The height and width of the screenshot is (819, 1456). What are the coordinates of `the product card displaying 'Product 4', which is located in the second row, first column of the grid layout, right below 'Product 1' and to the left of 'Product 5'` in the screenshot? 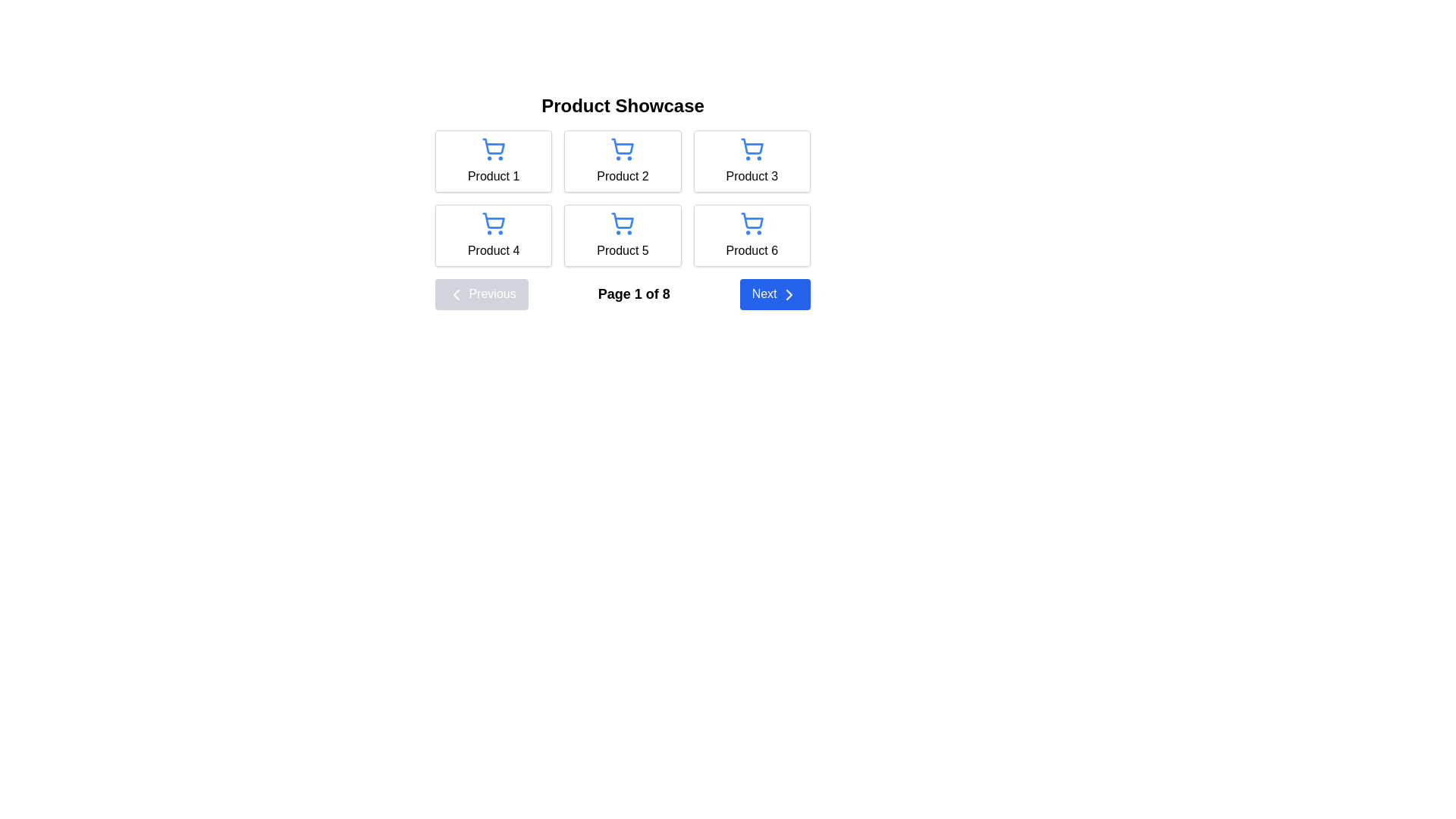 It's located at (494, 236).